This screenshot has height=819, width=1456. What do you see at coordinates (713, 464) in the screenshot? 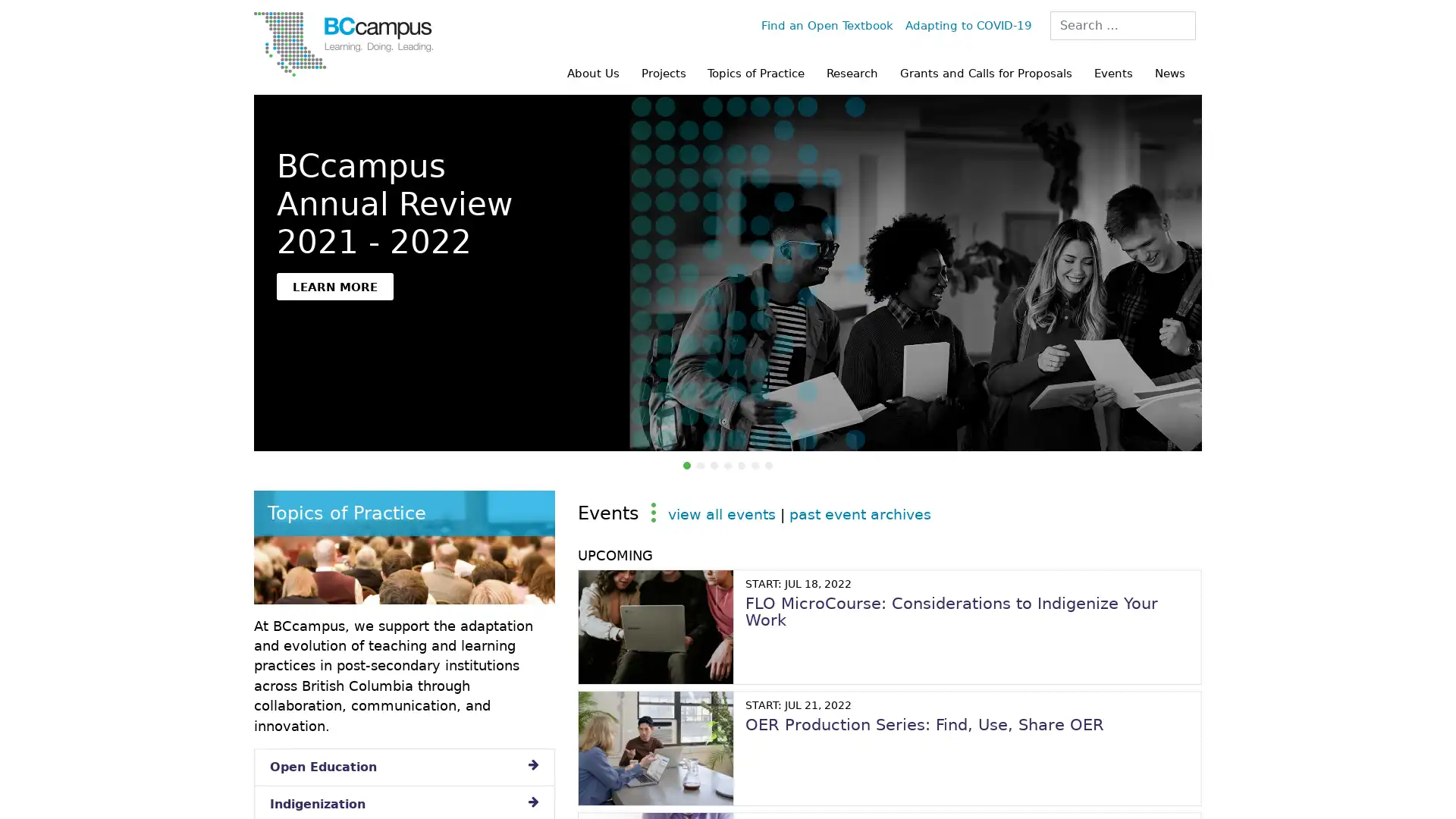
I see `BCcampus Anti-Racism Statement` at bounding box center [713, 464].